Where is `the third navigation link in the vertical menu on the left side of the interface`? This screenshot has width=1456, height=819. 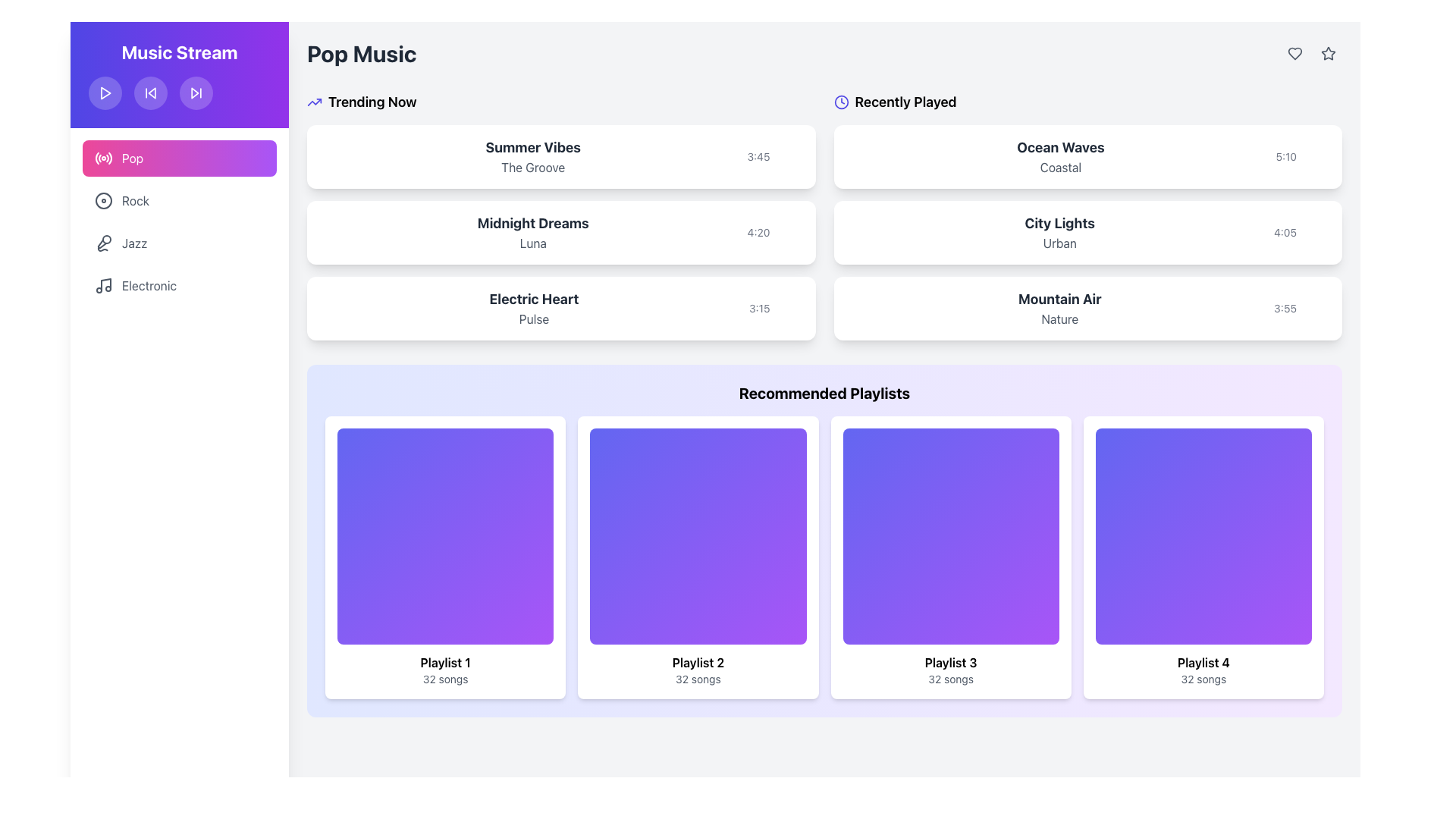
the third navigation link in the vertical menu on the left side of the interface is located at coordinates (134, 242).